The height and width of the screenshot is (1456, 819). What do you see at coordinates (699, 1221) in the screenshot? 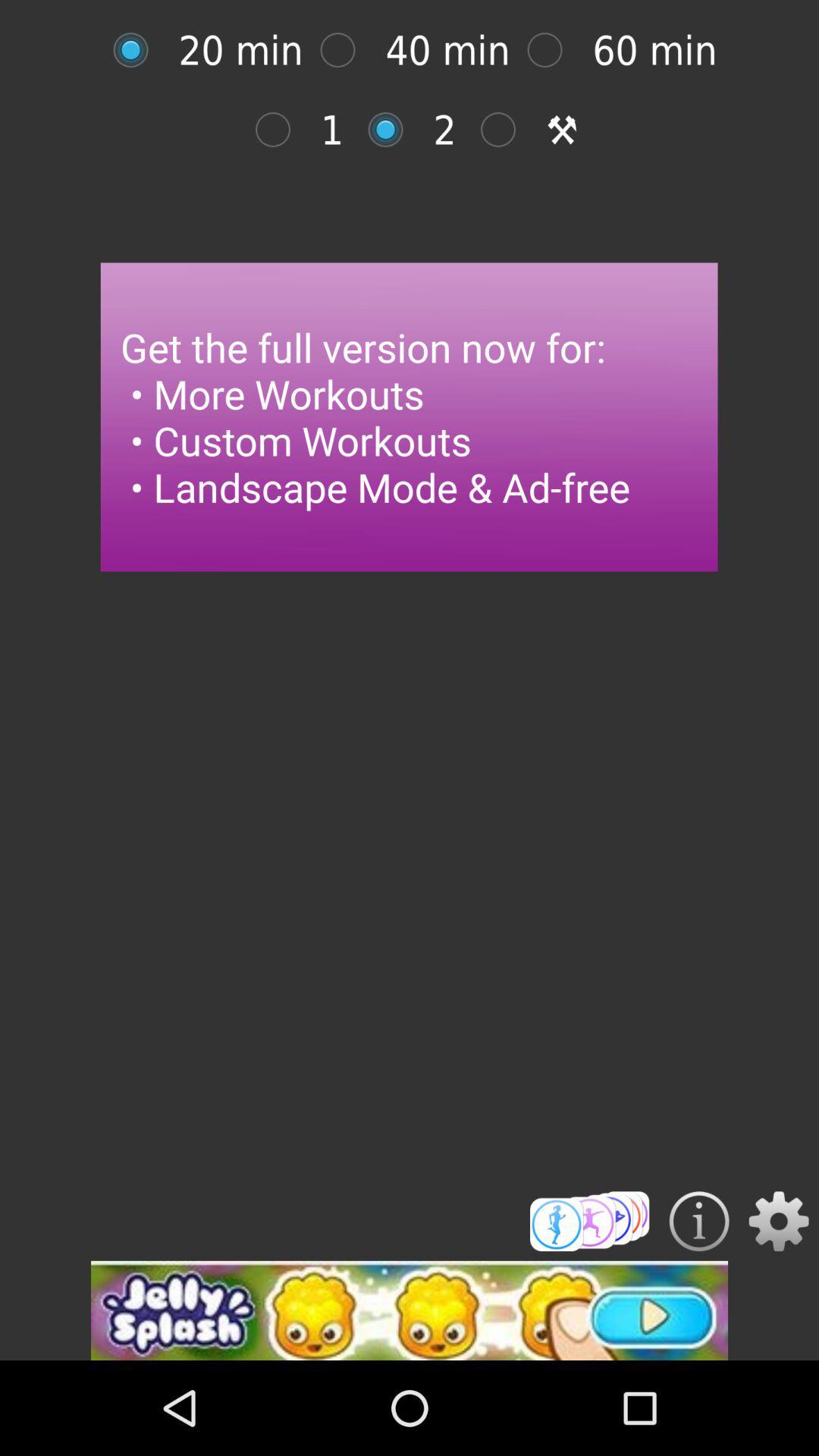
I see `see contact information` at bounding box center [699, 1221].